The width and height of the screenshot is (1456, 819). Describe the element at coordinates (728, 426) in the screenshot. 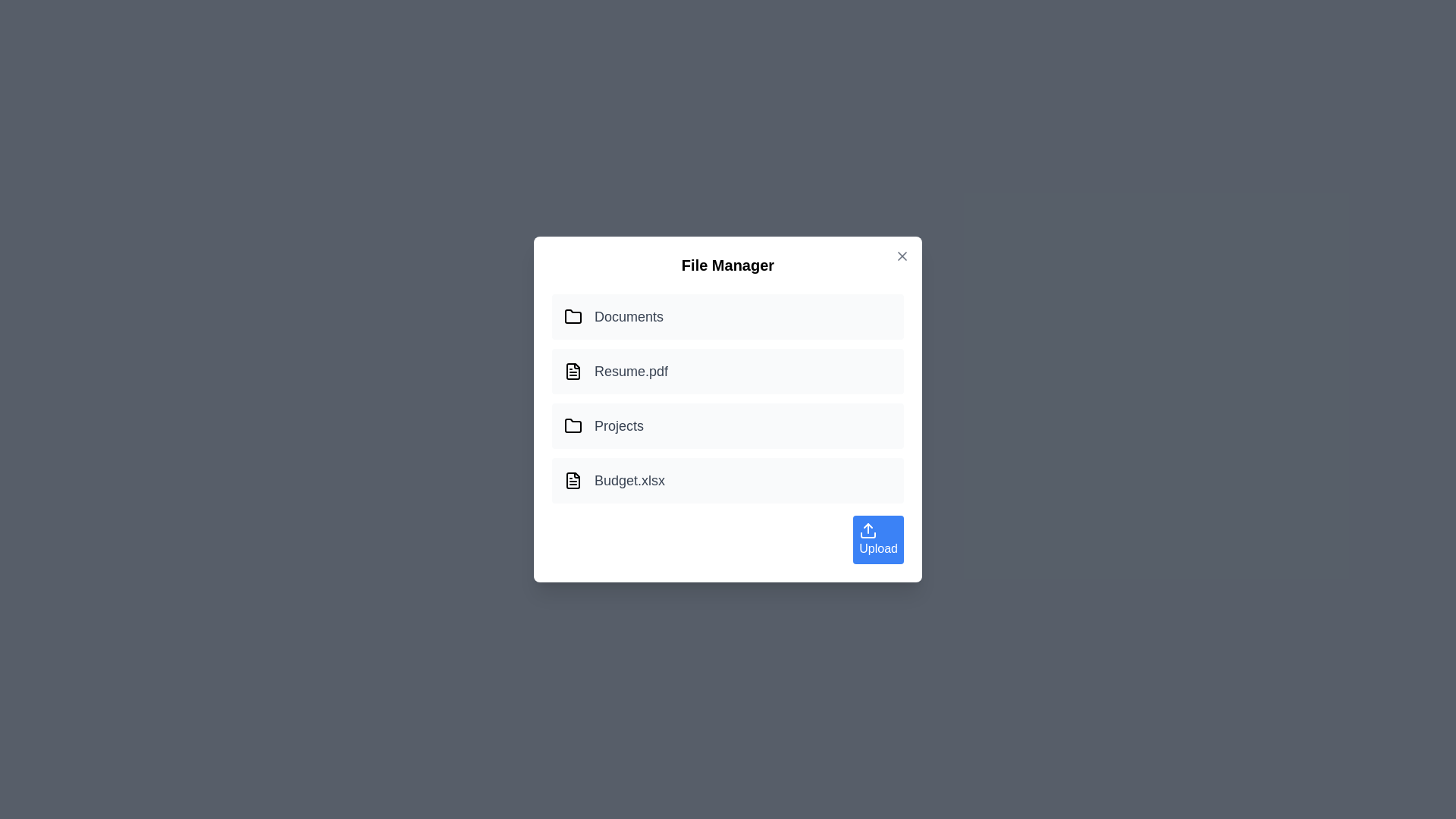

I see `the item Projects from the list` at that location.